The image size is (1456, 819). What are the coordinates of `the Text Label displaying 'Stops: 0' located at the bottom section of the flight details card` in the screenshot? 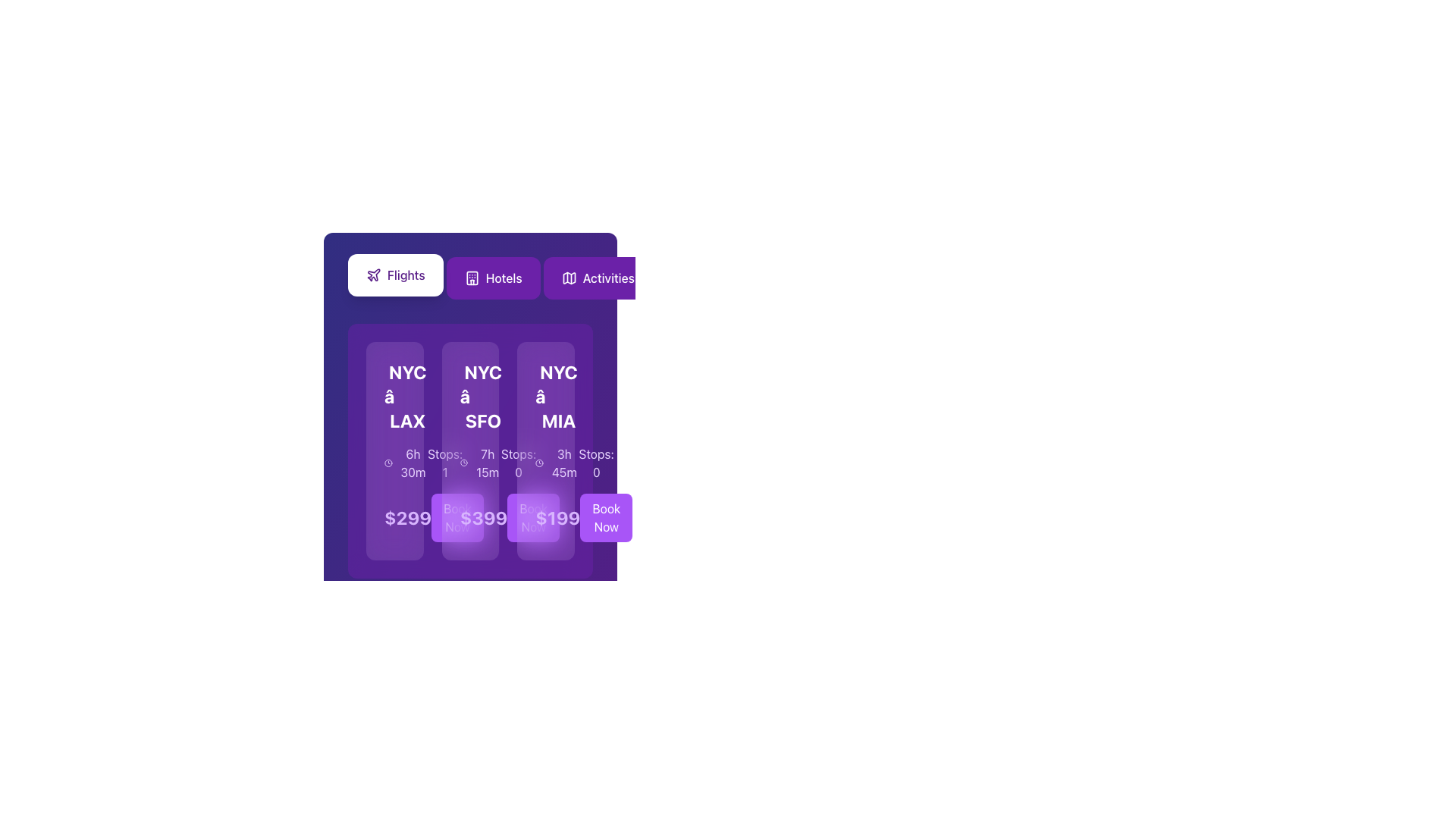 It's located at (595, 462).